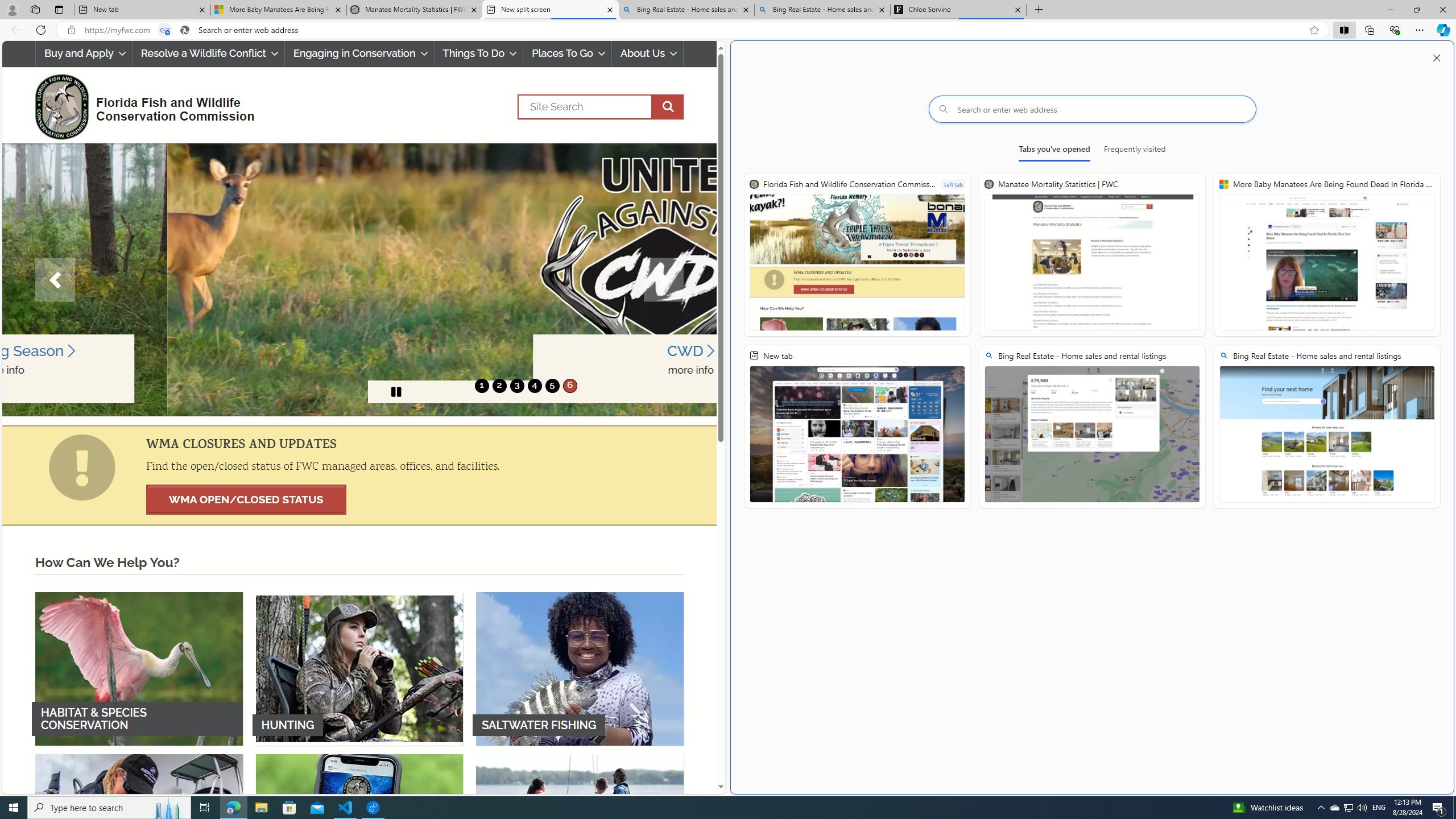  What do you see at coordinates (359, 53) in the screenshot?
I see `'Engaging in Conservation'` at bounding box center [359, 53].